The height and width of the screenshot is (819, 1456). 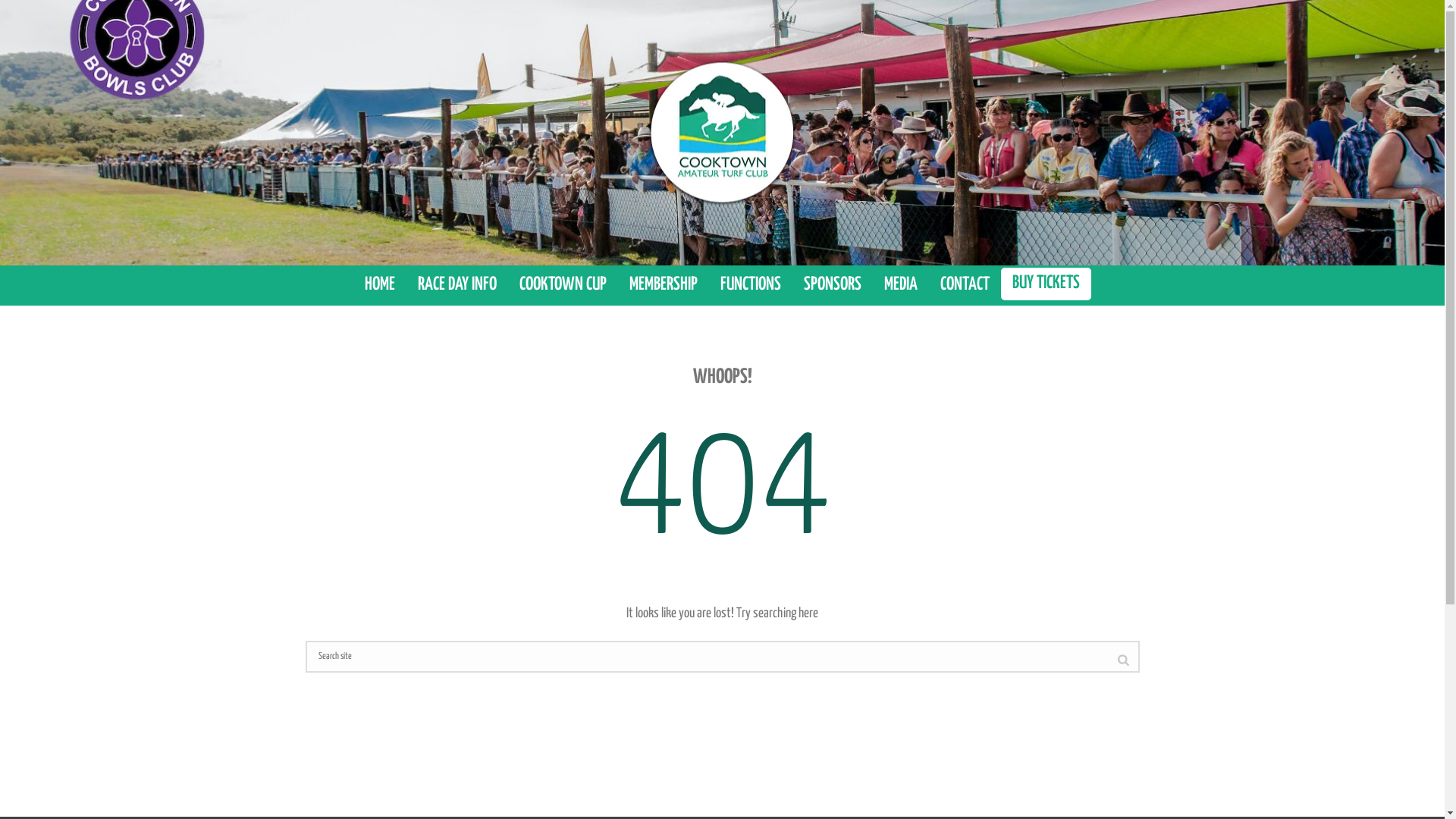 I want to click on 'FUNCTIONS', so click(x=708, y=285).